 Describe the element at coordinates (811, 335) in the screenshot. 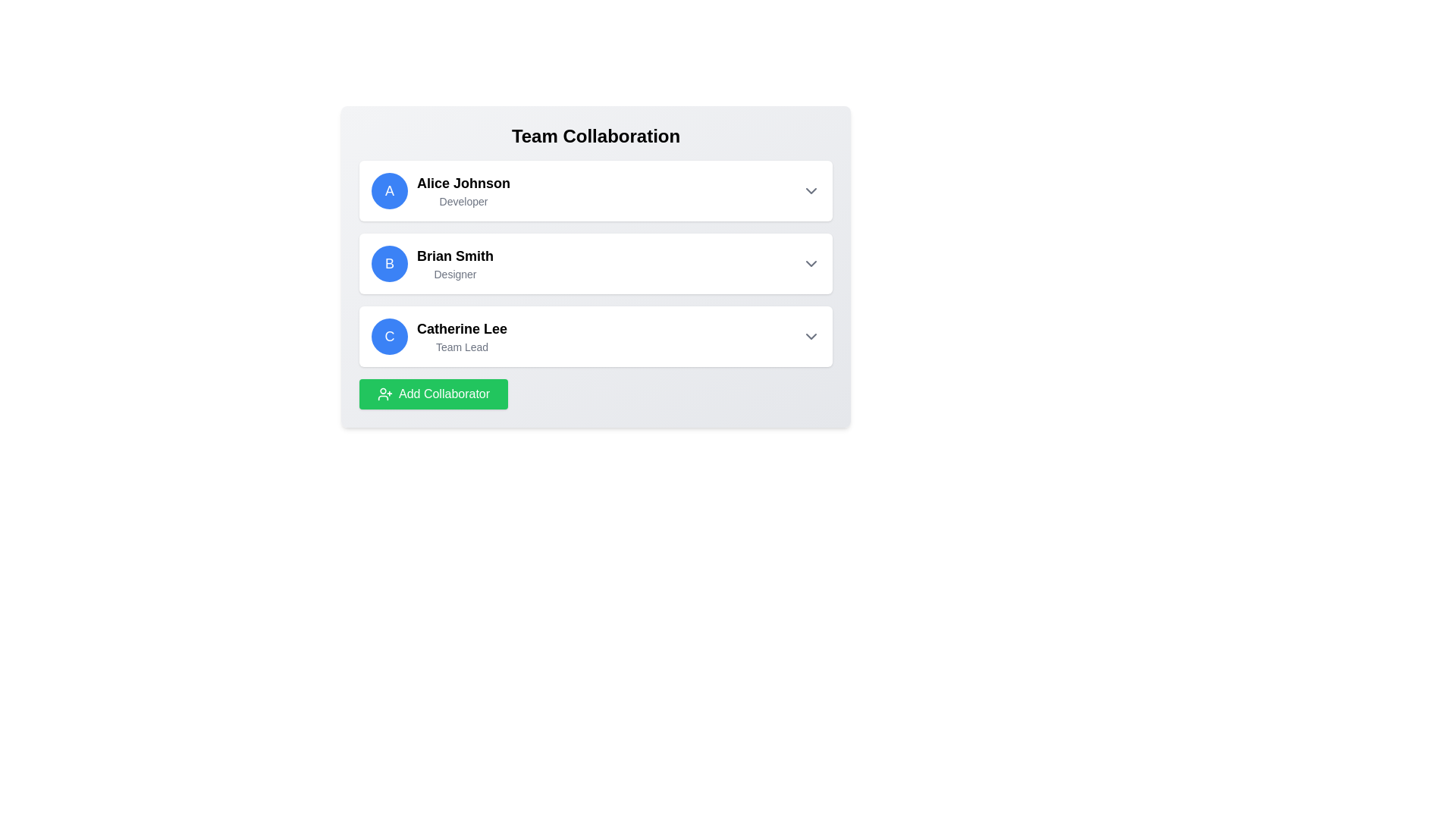

I see `the downward-chevron icon styled in gray, located next to the text 'Catherine Lee Team Lead'` at that location.